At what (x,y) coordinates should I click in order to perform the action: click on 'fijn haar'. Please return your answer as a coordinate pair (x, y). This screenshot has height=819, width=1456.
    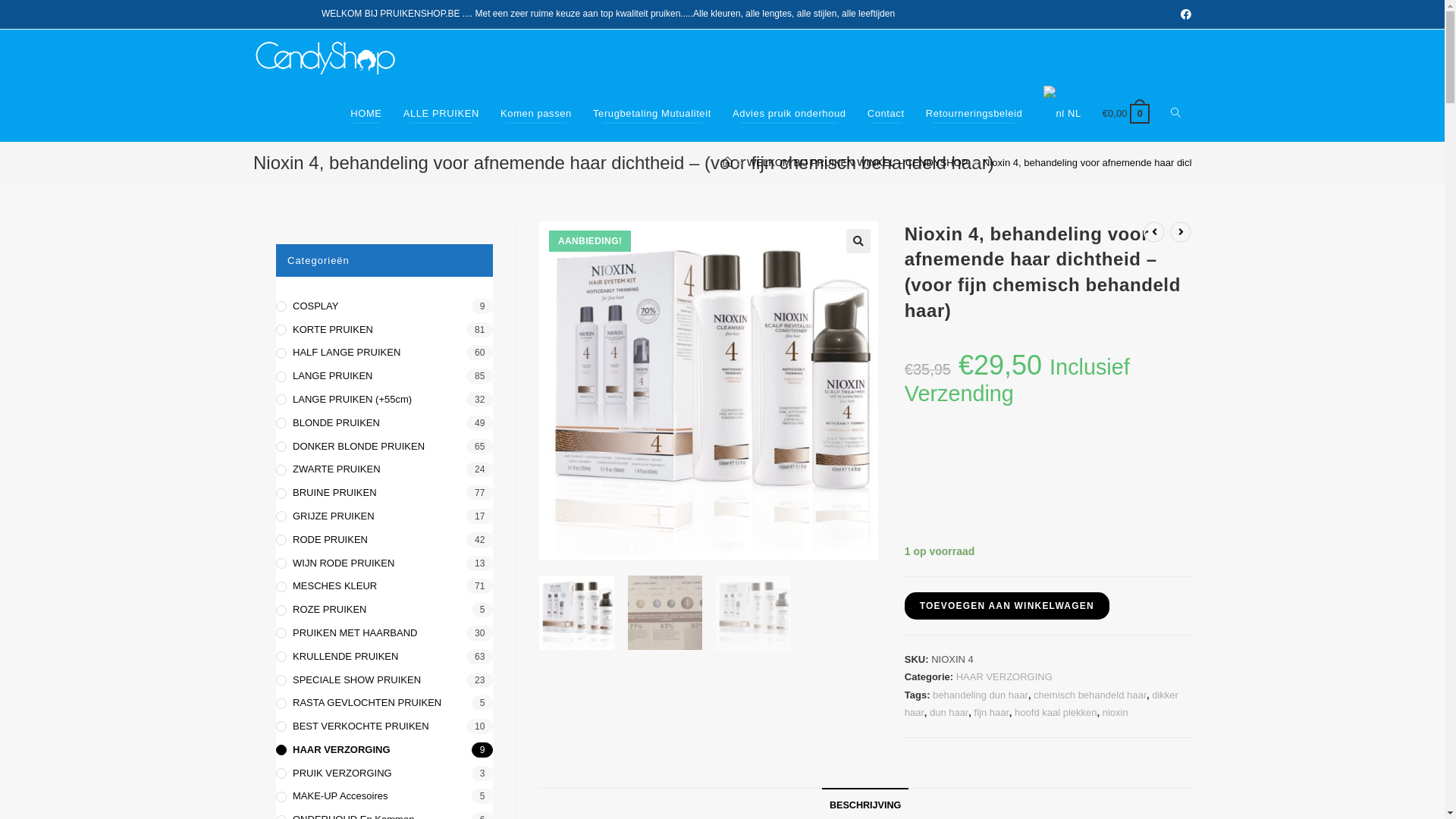
    Looking at the image, I should click on (992, 712).